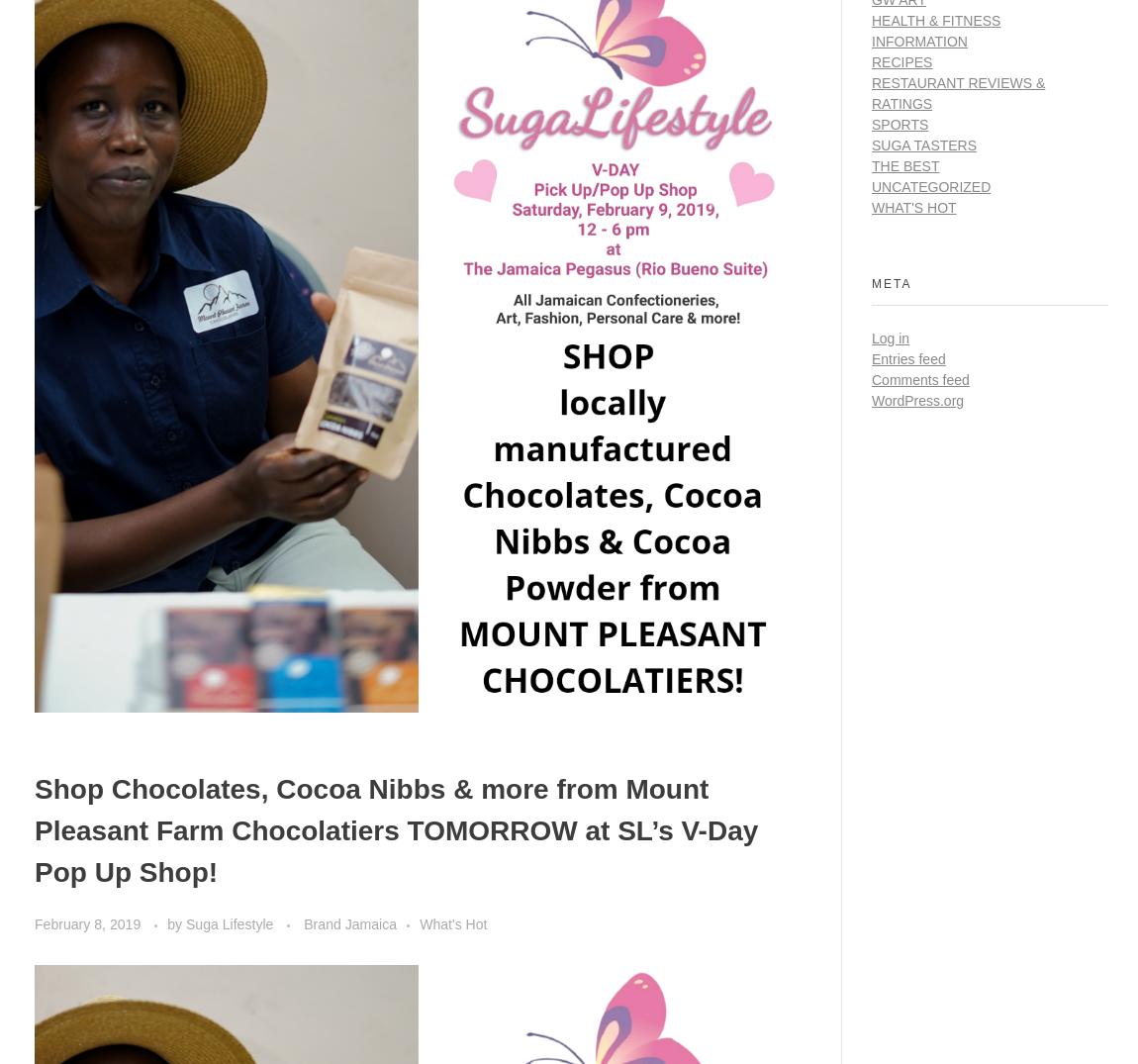 This screenshot has width=1138, height=1064. I want to click on 'Brand Jamaica', so click(349, 923).